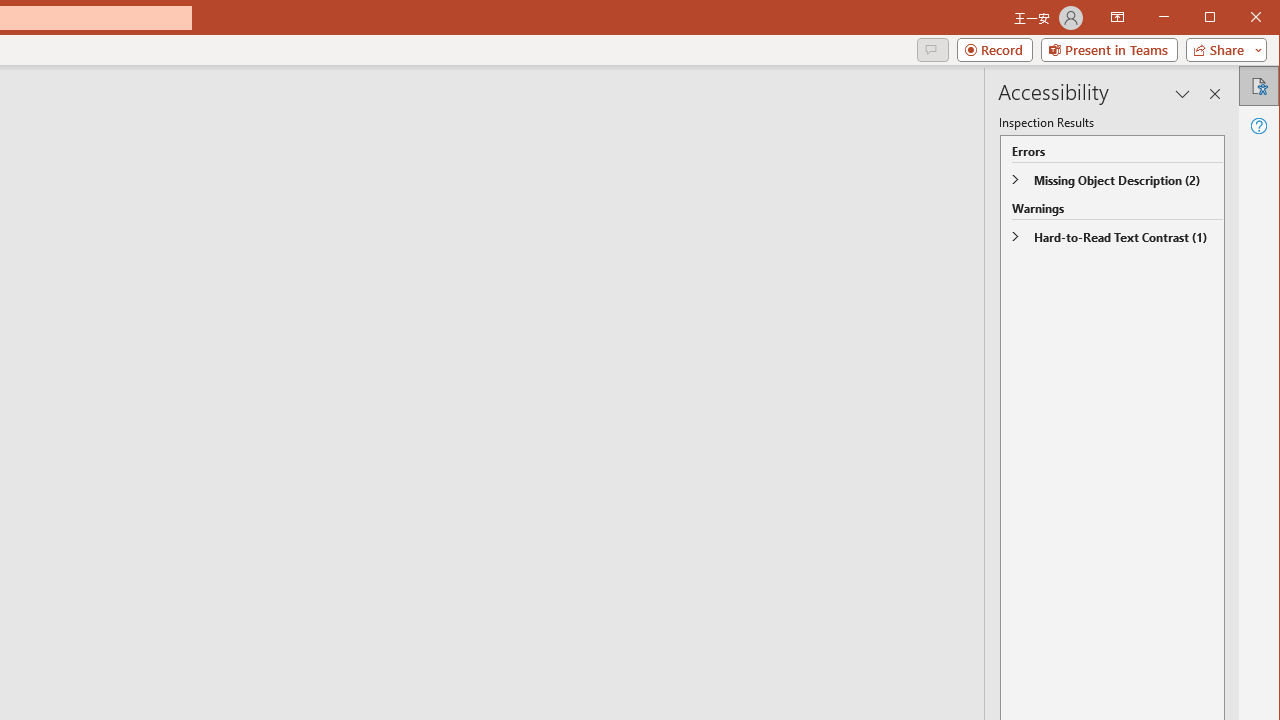  Describe the element at coordinates (1116, 18) in the screenshot. I see `'Ribbon Display Options'` at that location.